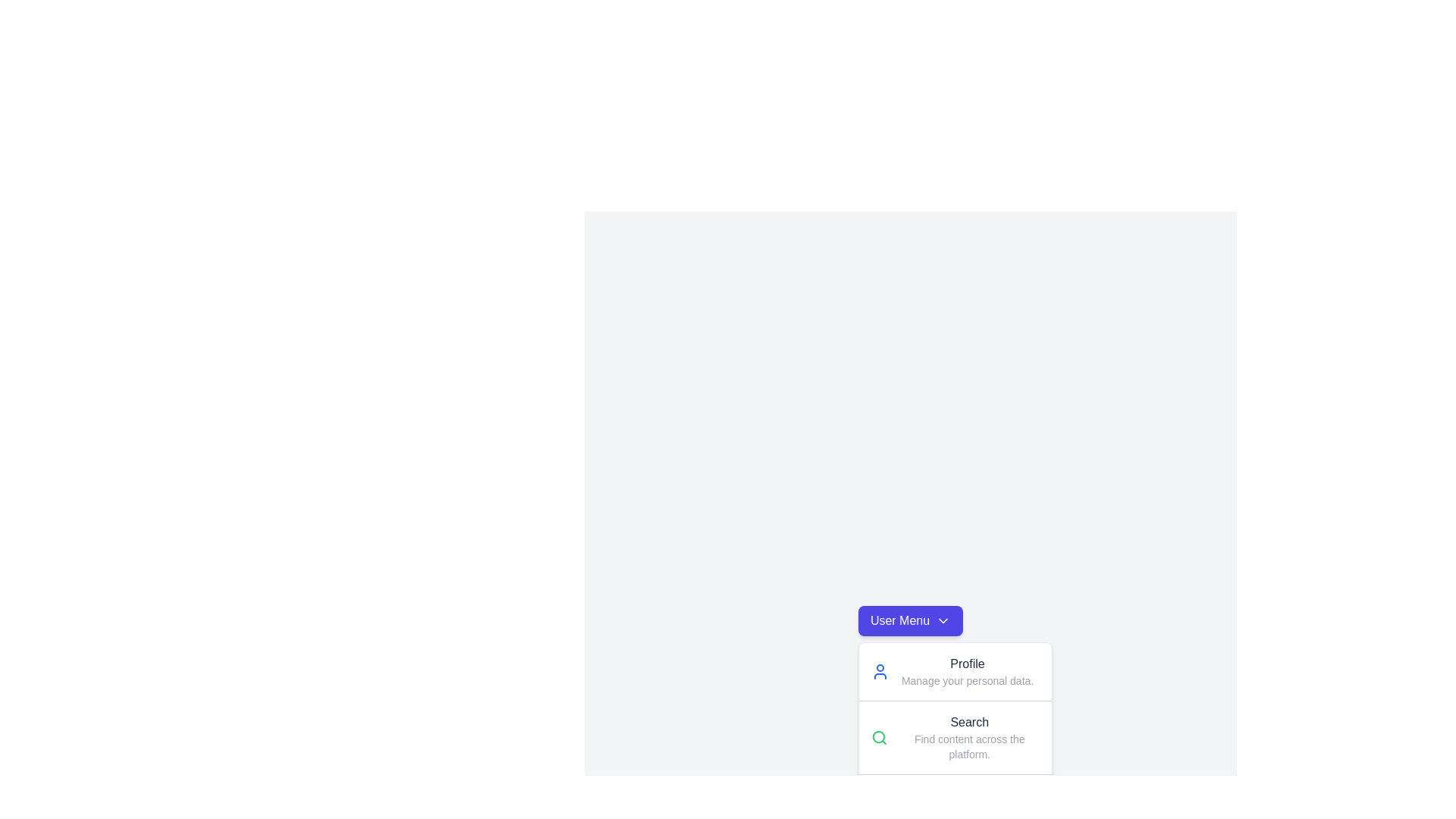 The height and width of the screenshot is (819, 1456). What do you see at coordinates (943, 620) in the screenshot?
I see `the icon that serves as a visual indicator for the dropdown menu associated with the 'User Menu' button, located on the right side of the button text` at bounding box center [943, 620].